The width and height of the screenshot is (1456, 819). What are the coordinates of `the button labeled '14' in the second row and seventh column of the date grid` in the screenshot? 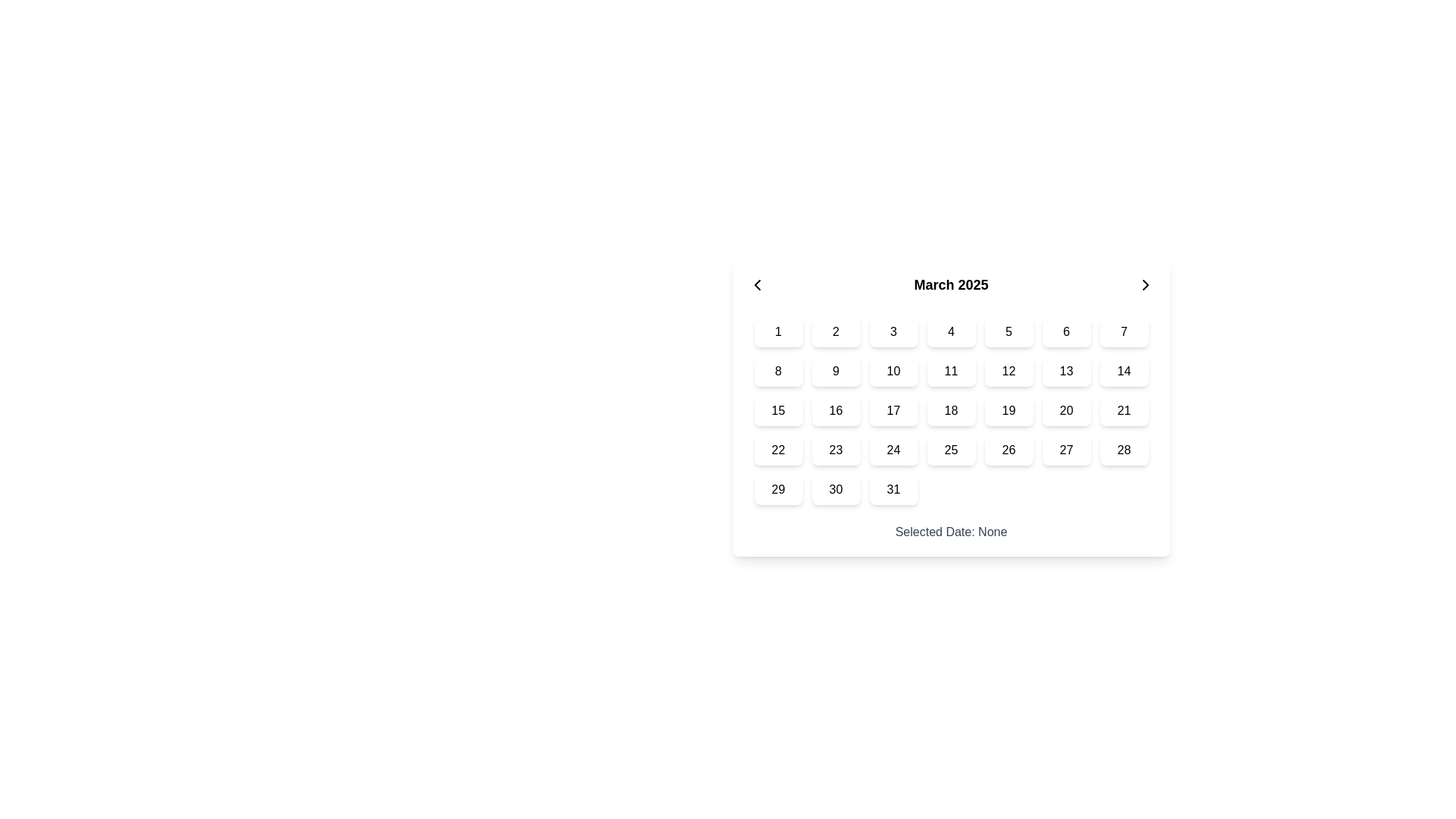 It's located at (1124, 371).